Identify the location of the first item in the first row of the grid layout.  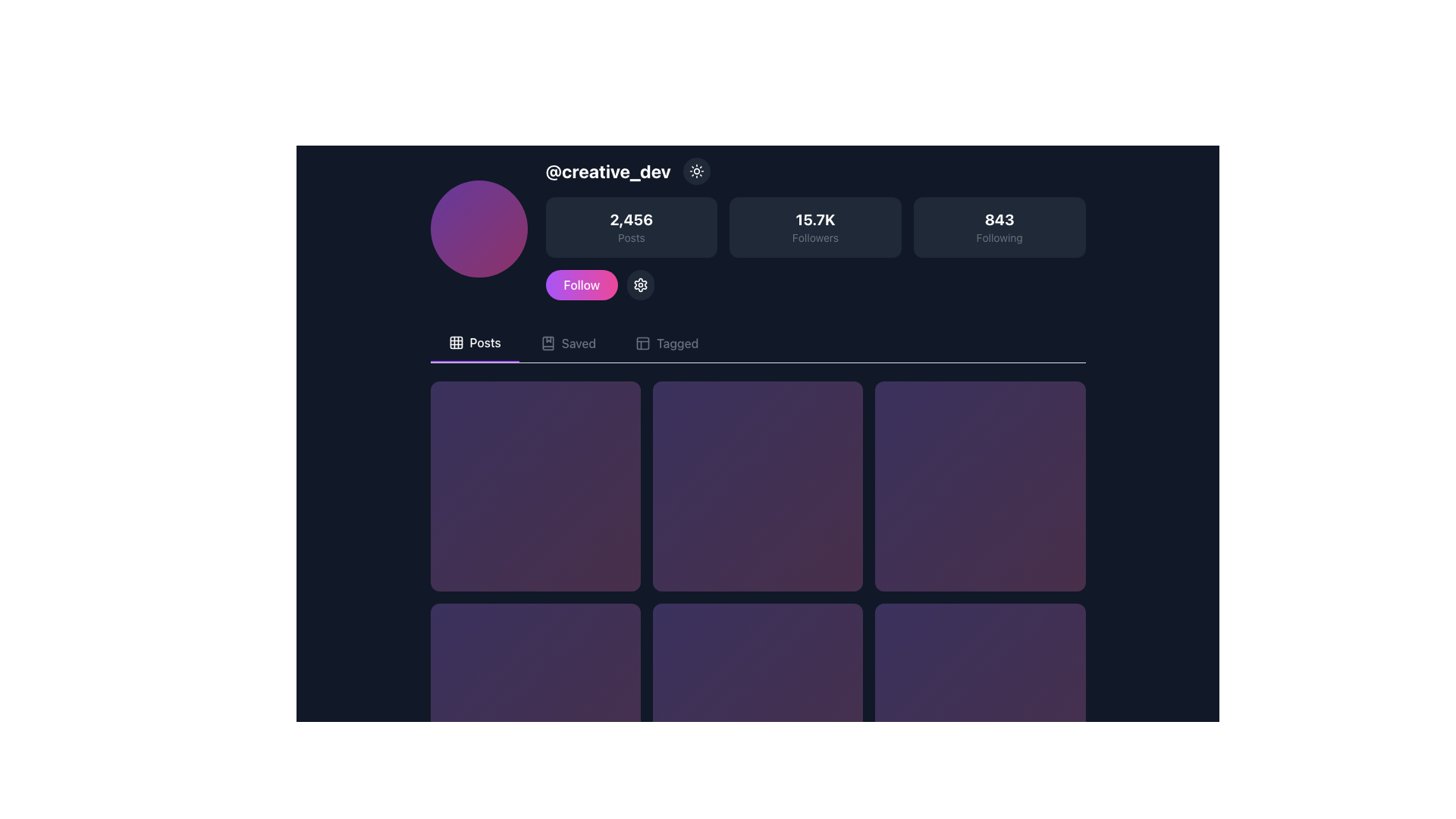
(535, 485).